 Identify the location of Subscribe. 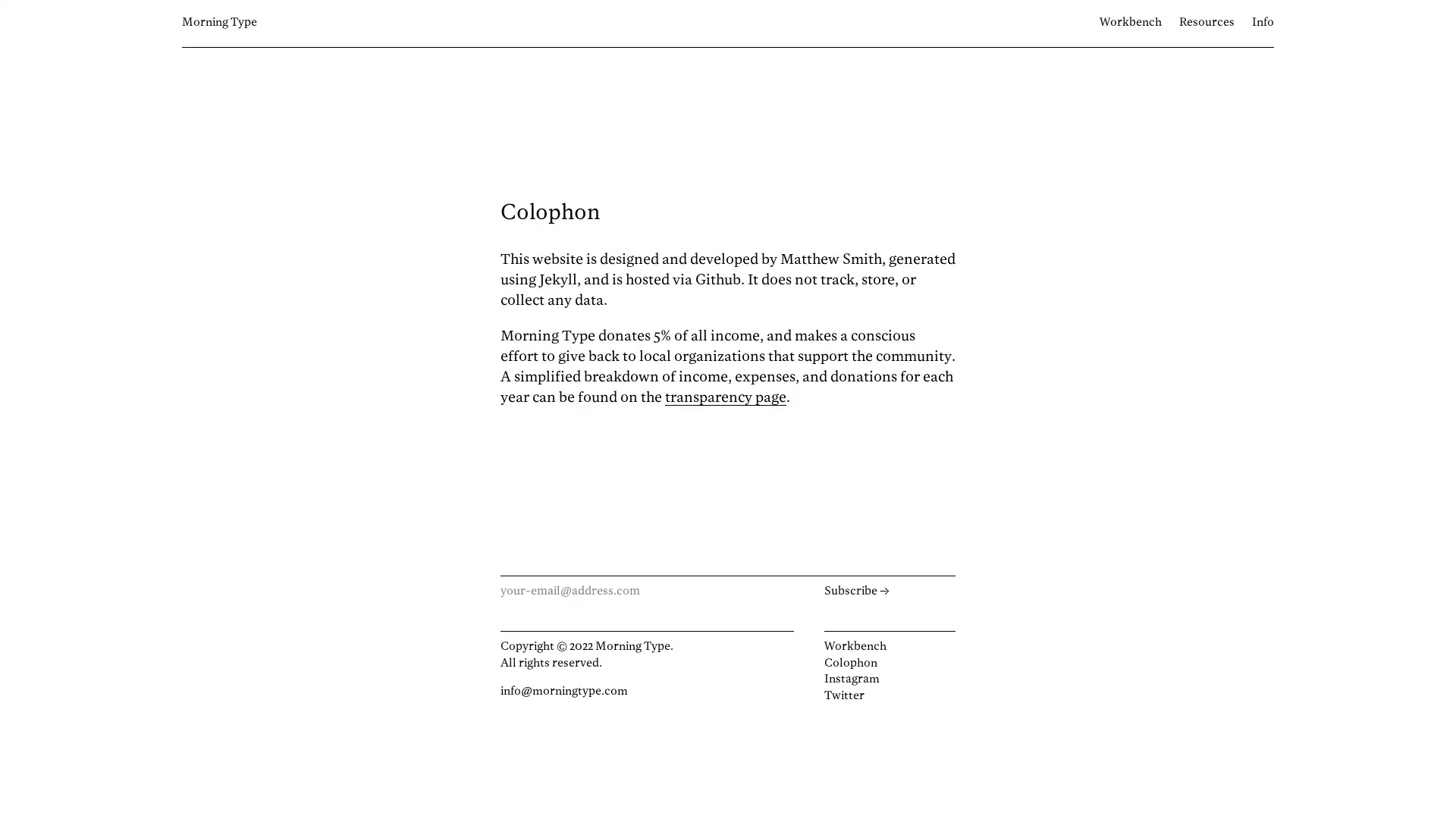
(889, 591).